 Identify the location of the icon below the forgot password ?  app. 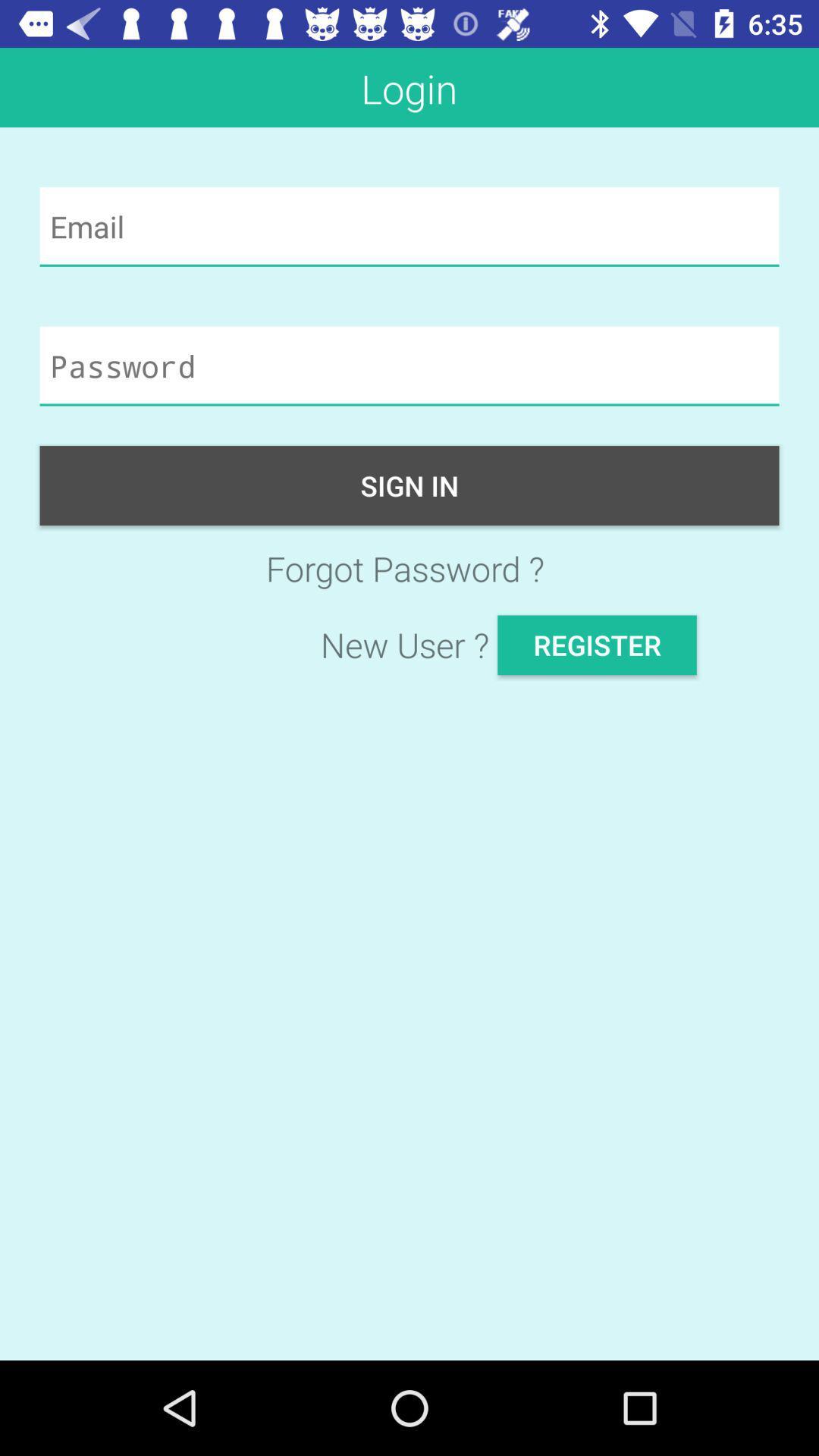
(596, 645).